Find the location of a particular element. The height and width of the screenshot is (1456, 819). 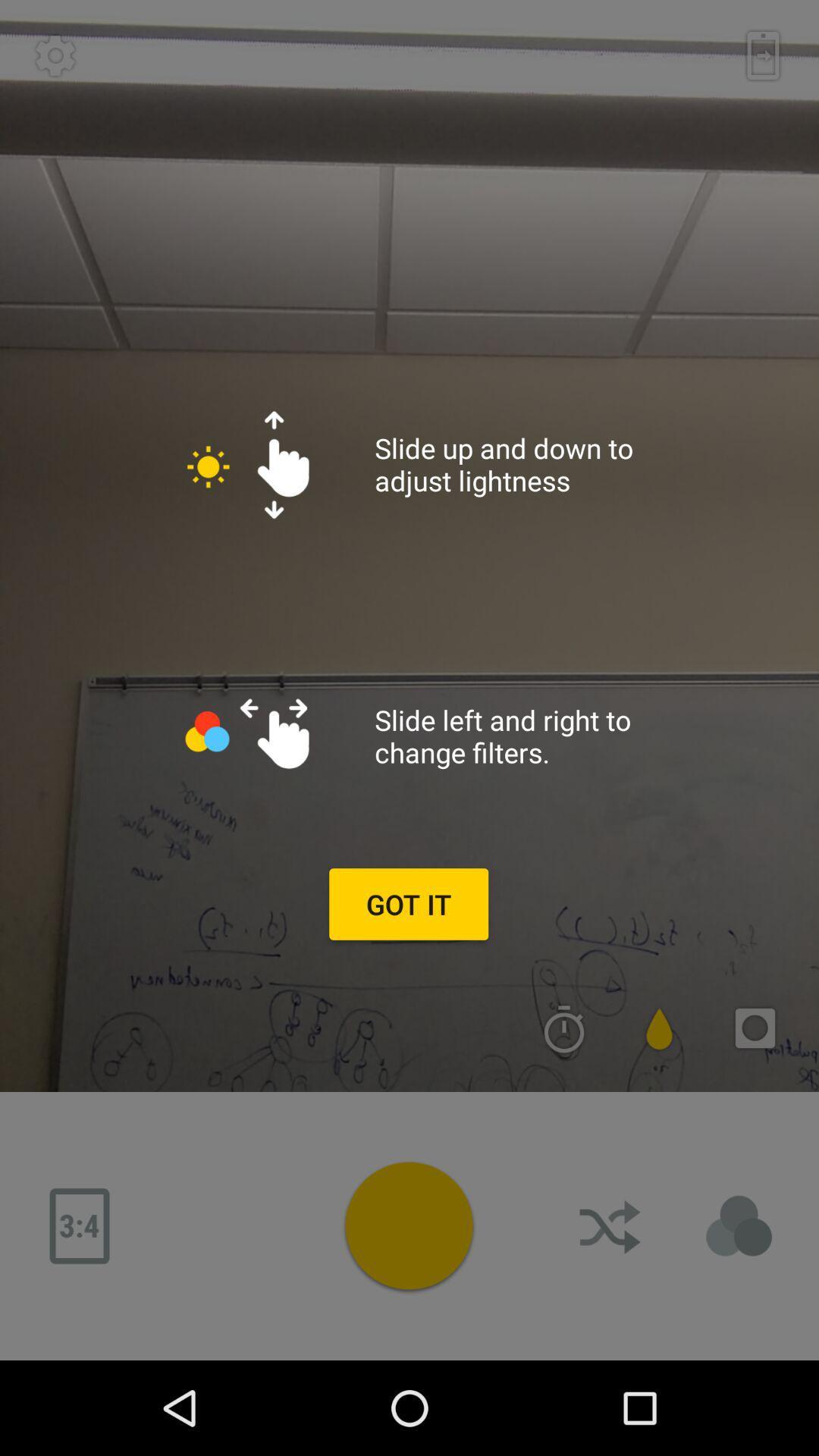

download is located at coordinates (610, 1226).